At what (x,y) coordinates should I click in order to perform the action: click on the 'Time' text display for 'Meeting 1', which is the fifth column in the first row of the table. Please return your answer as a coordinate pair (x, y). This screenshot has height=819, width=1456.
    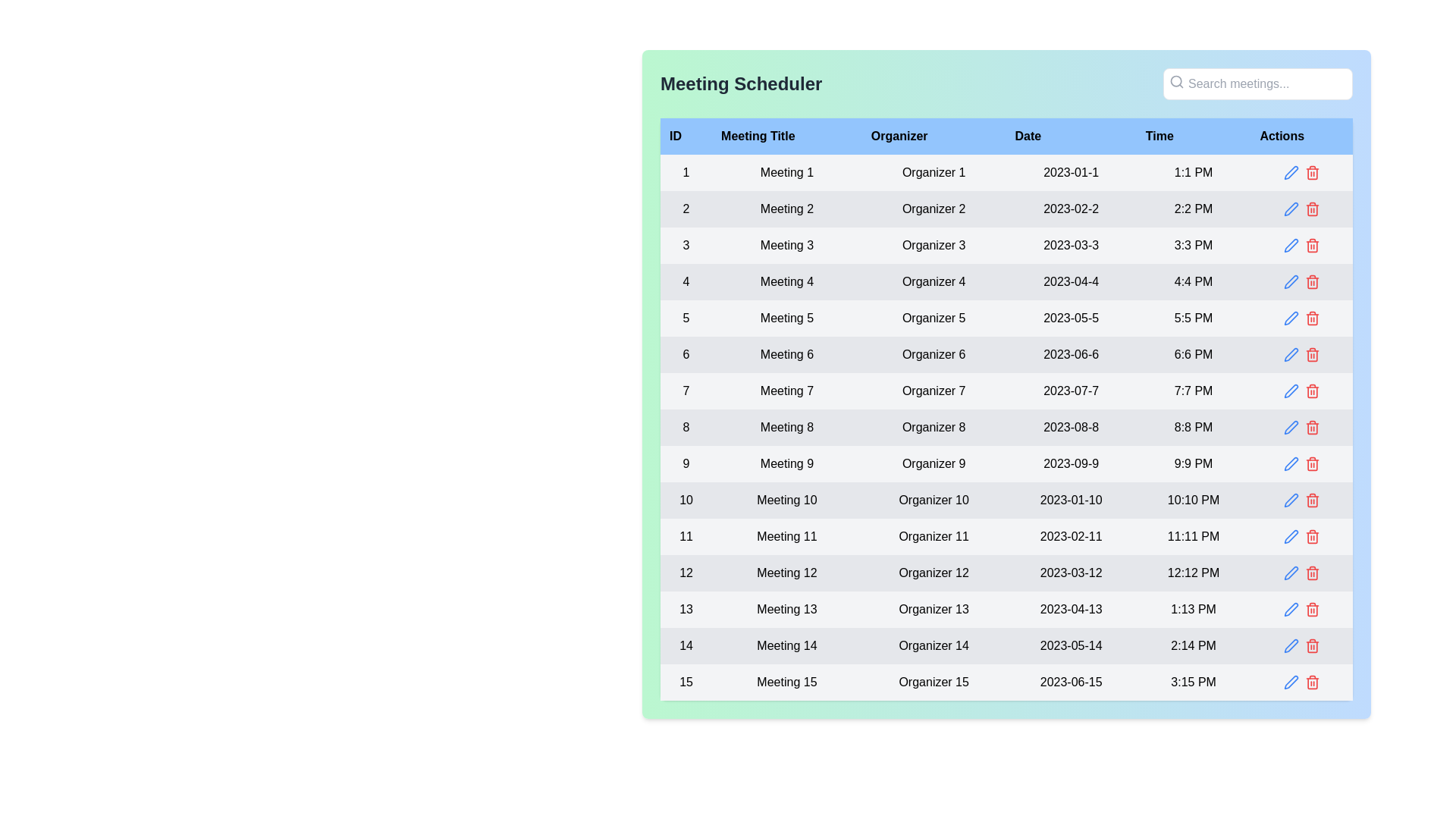
    Looking at the image, I should click on (1193, 171).